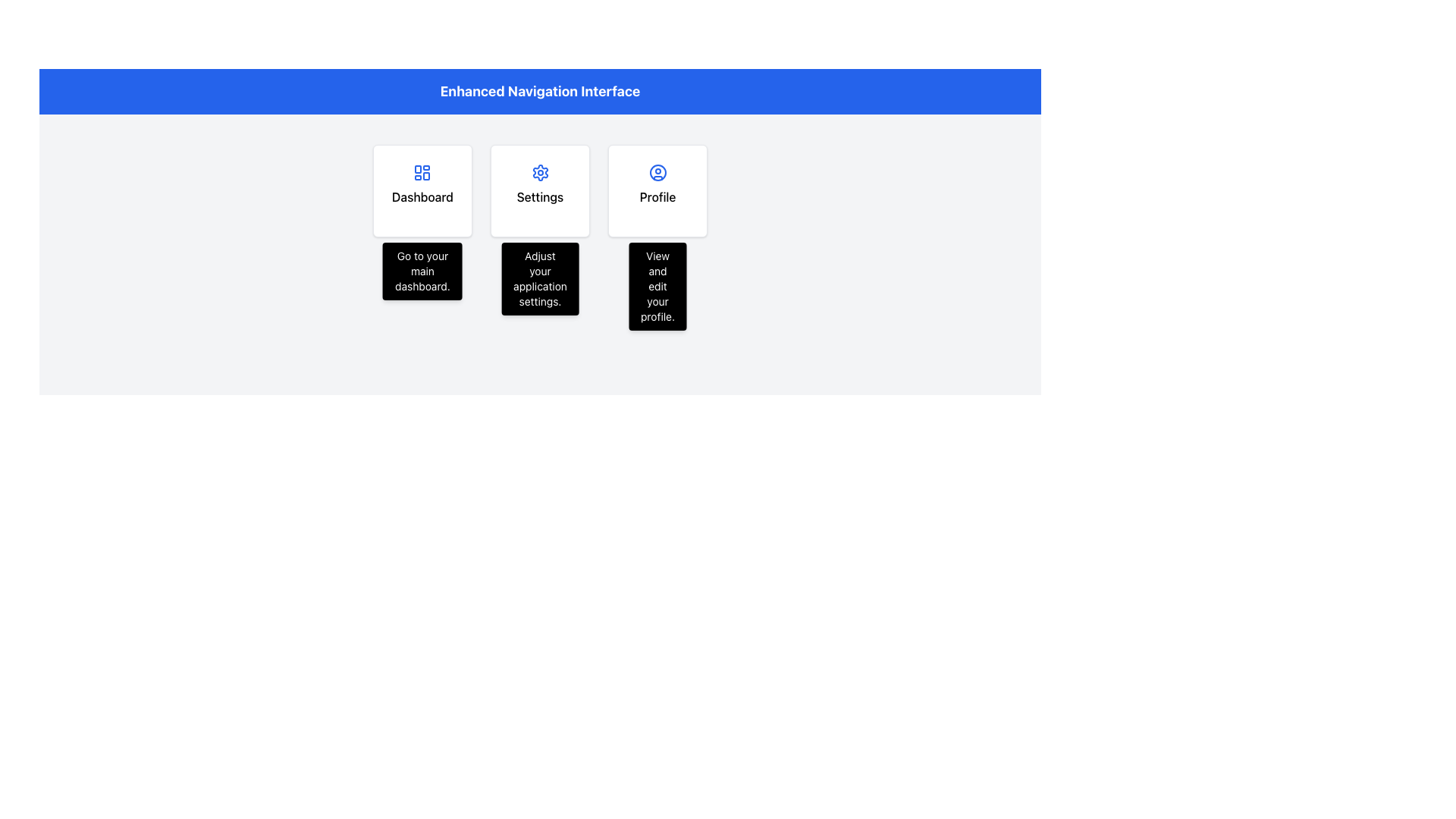 The height and width of the screenshot is (819, 1456). Describe the element at coordinates (540, 190) in the screenshot. I see `the central button in the Enhanced Navigation Interface, located between 'Dashboard' and 'Profile'` at that location.